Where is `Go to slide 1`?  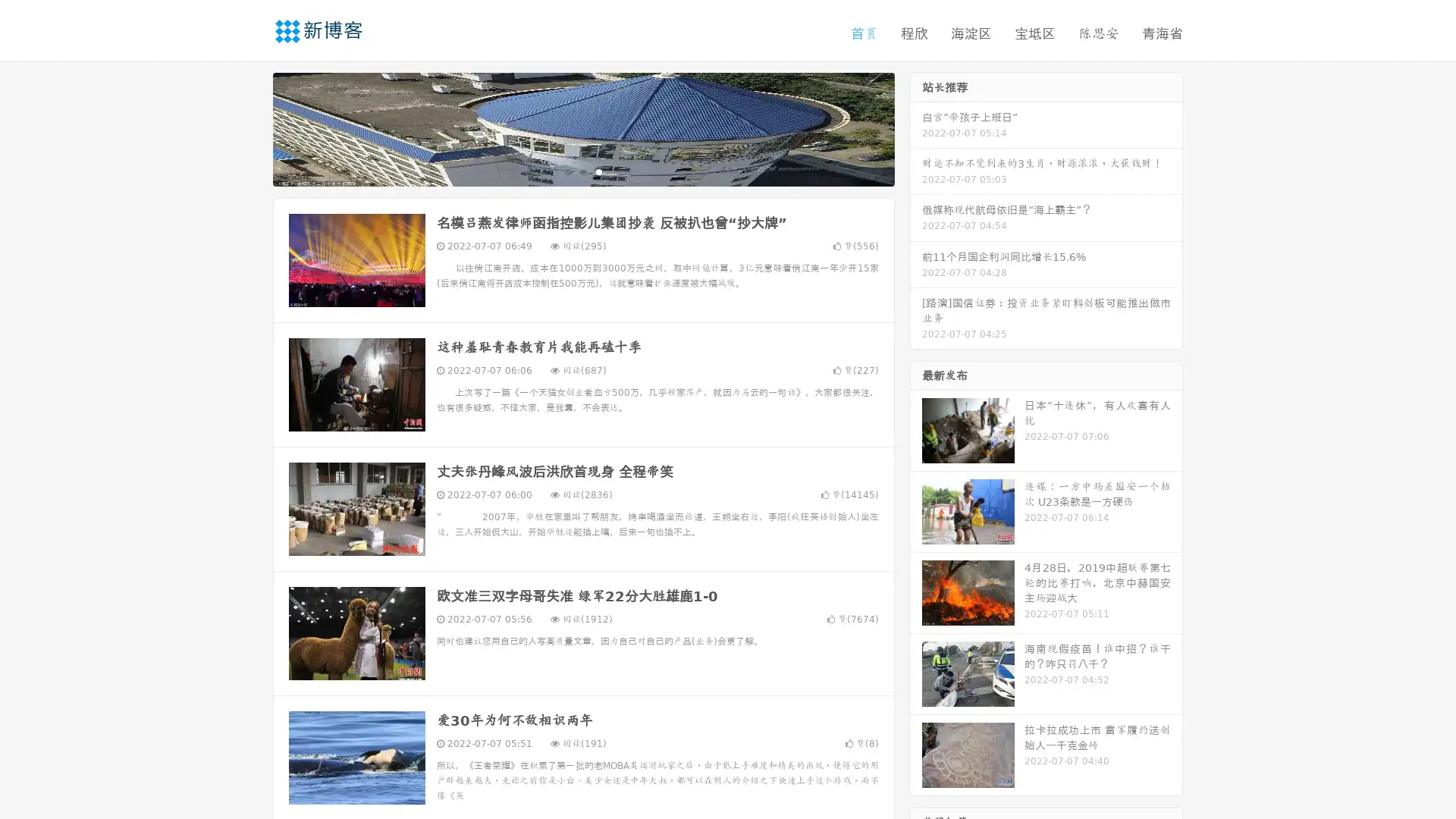 Go to slide 1 is located at coordinates (567, 171).